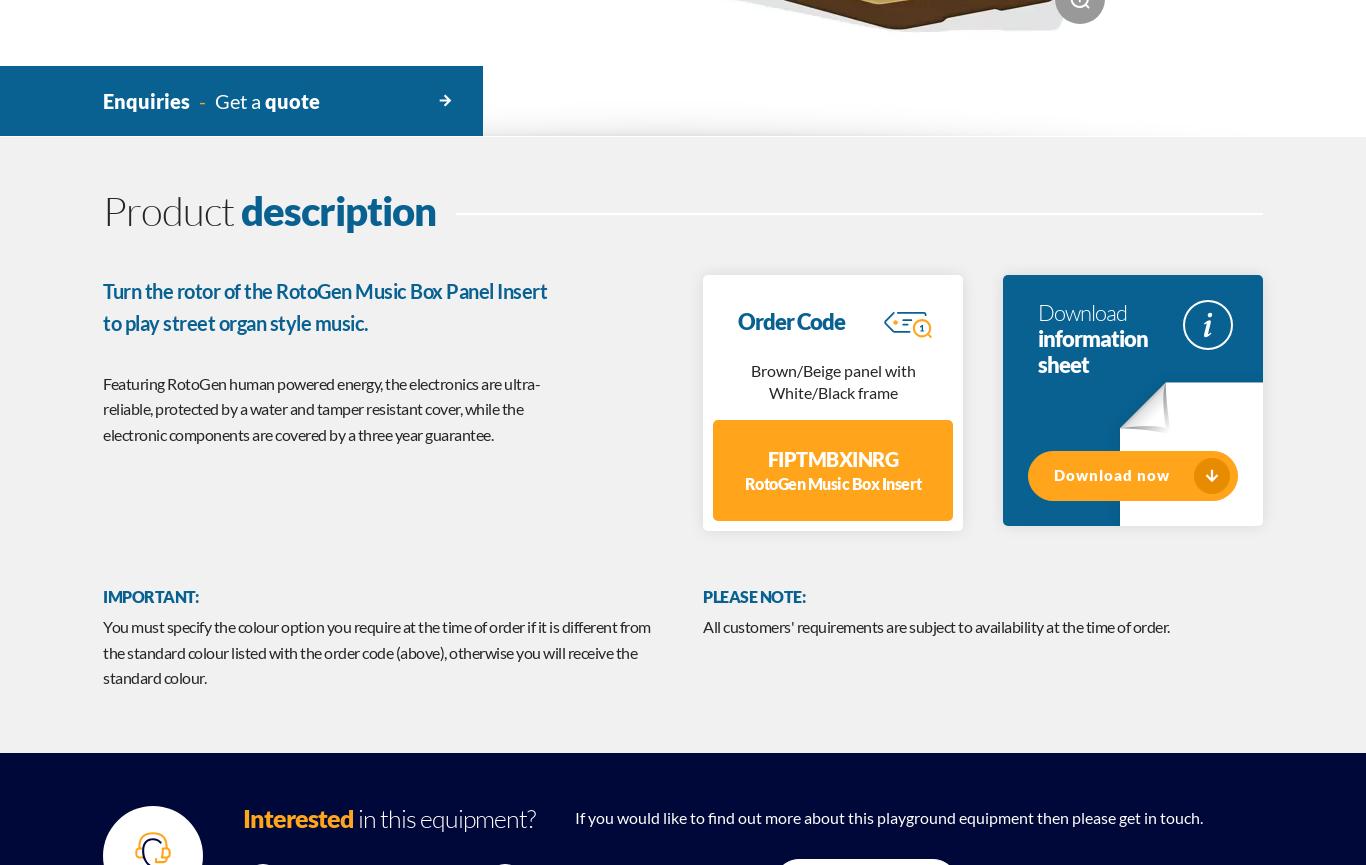  Describe the element at coordinates (338, 209) in the screenshot. I see `'description'` at that location.